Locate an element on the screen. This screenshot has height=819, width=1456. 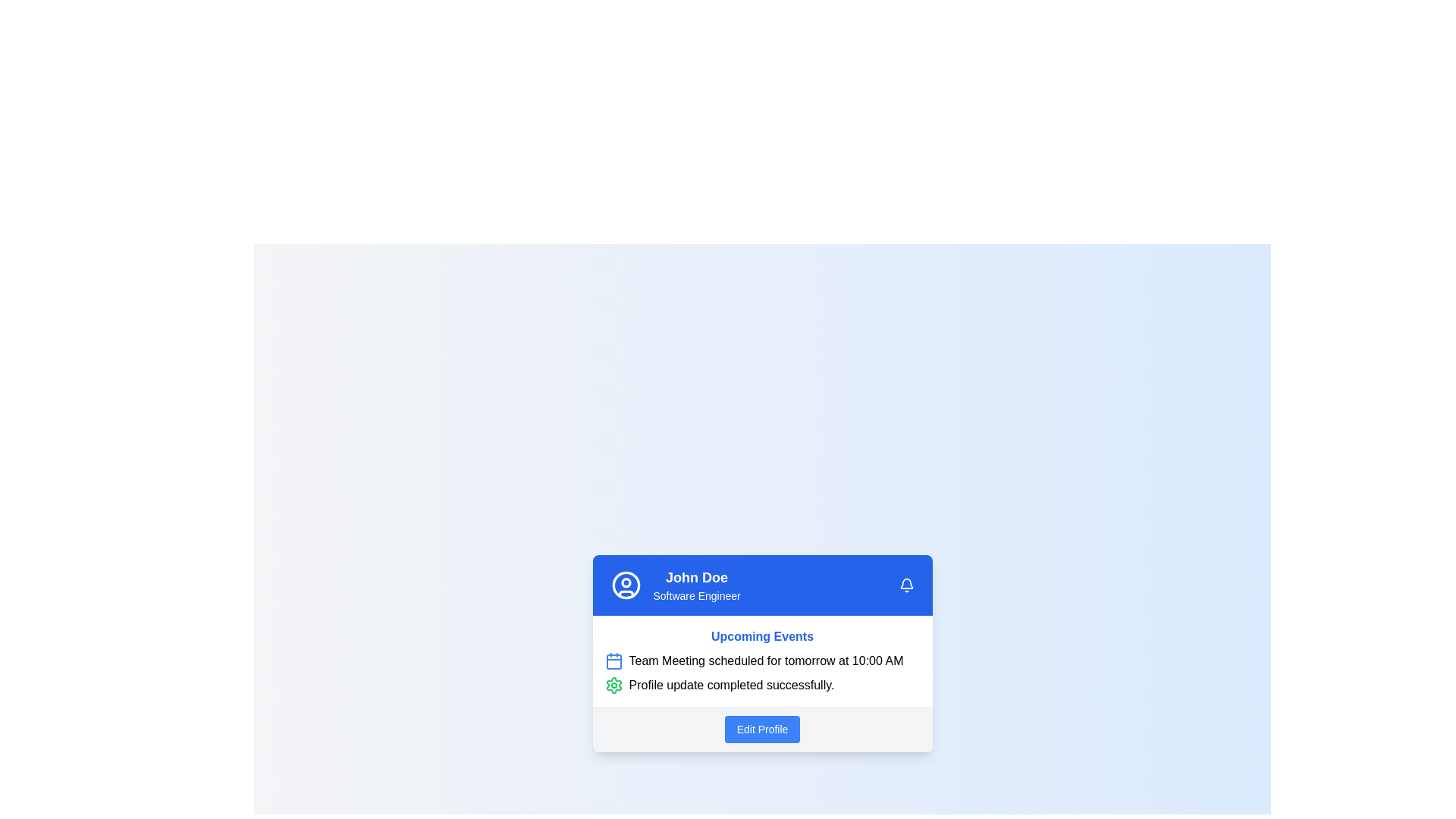
the Static Text that indicates a successful profile update, located in the 'Upcoming Events' section of the user profile card, next to a green settings icon is located at coordinates (731, 685).